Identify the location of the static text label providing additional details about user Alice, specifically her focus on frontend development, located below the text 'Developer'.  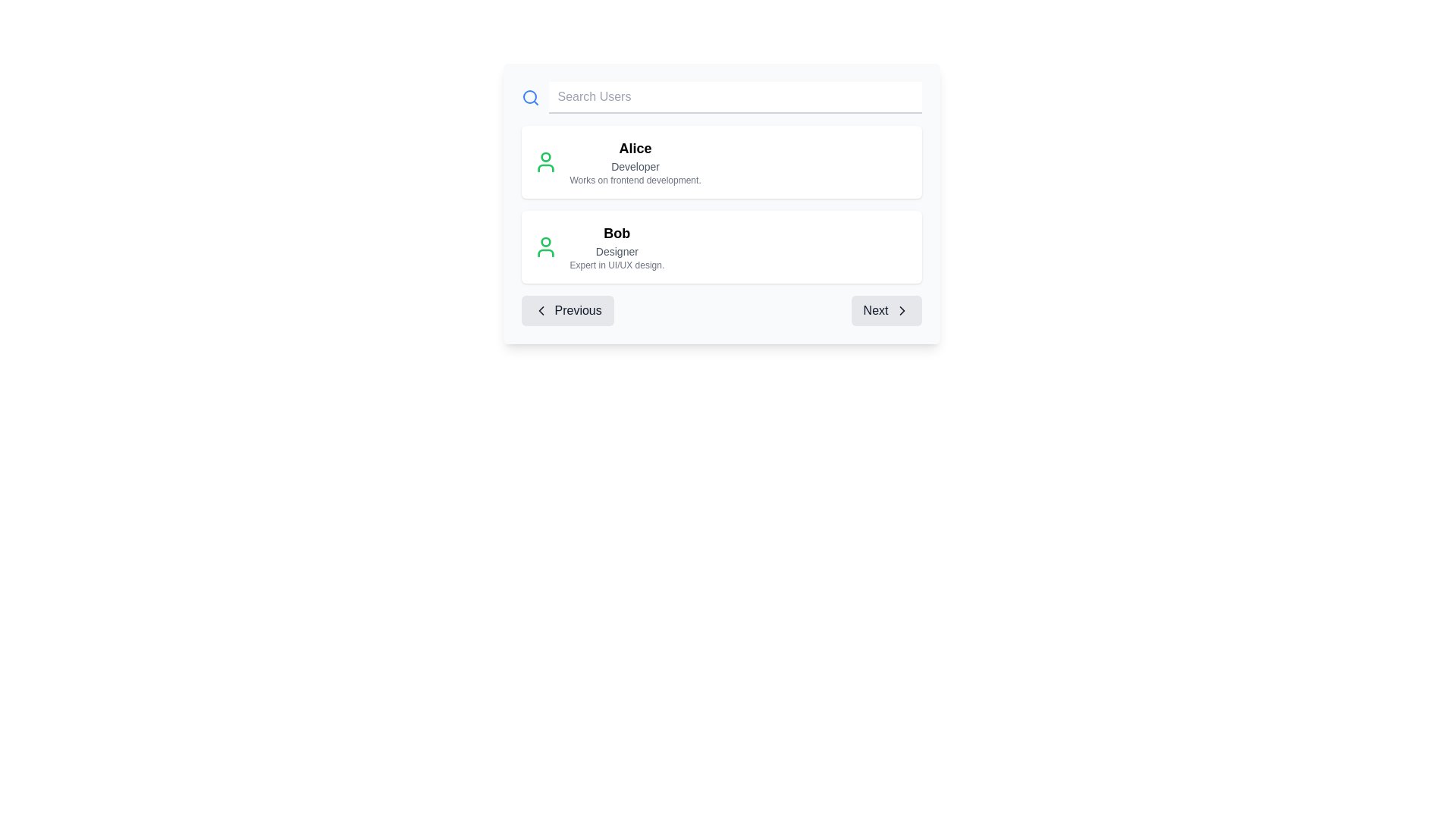
(635, 180).